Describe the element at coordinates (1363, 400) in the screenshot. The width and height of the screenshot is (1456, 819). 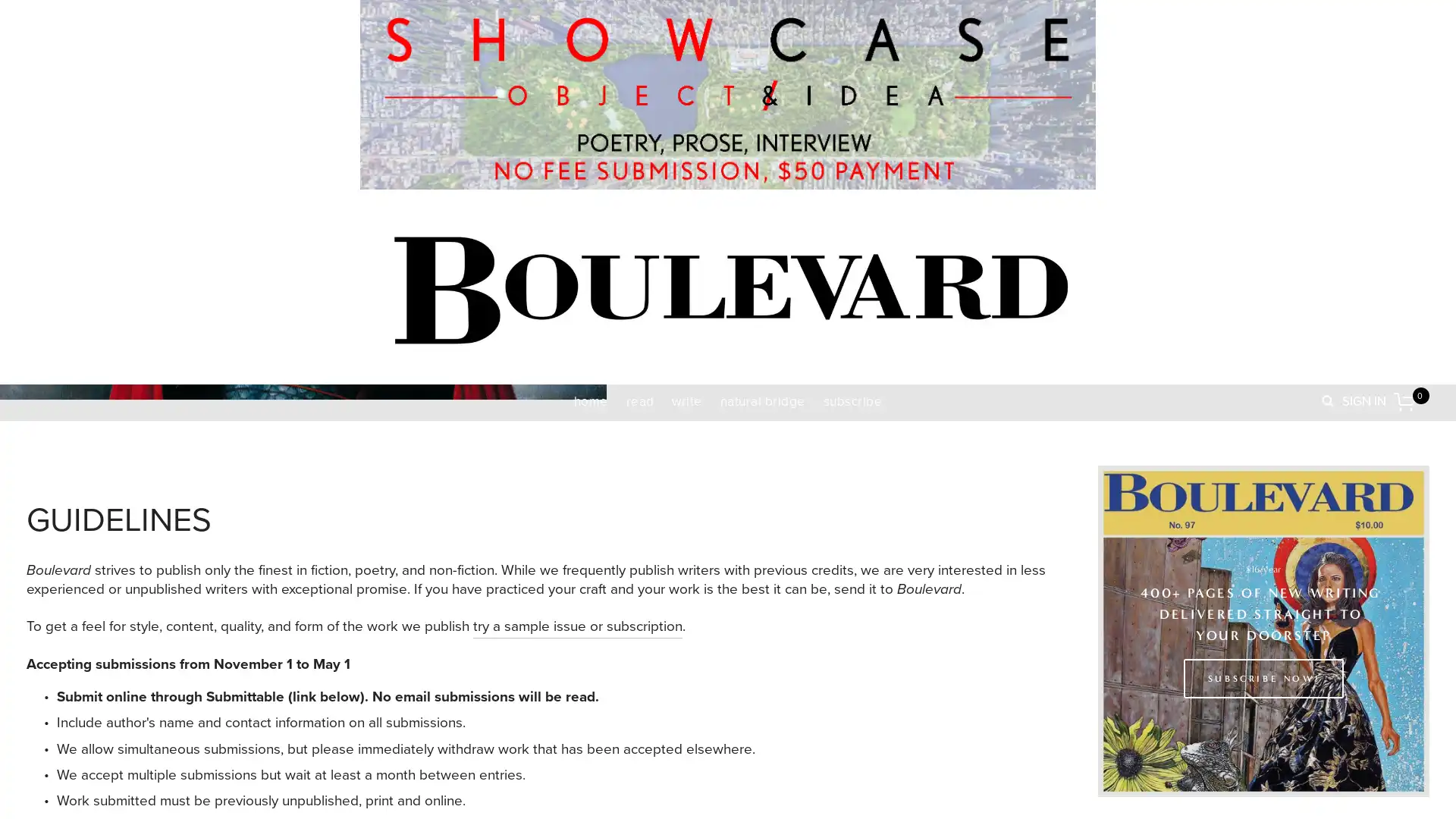
I see `SIGN IN` at that location.